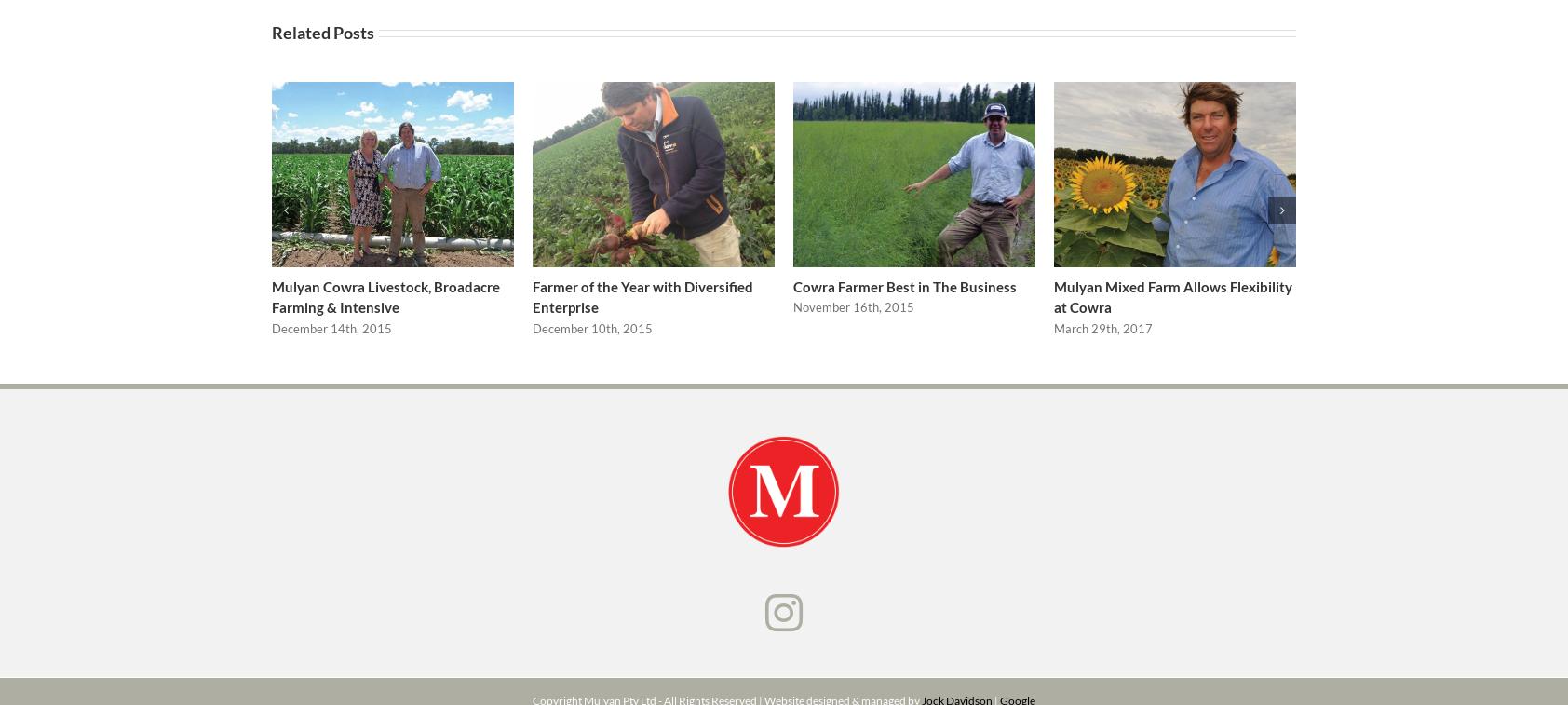  Describe the element at coordinates (385, 304) in the screenshot. I see `'Mulyan Cowra Livestock, Broadacre Farming & Intensive'` at that location.